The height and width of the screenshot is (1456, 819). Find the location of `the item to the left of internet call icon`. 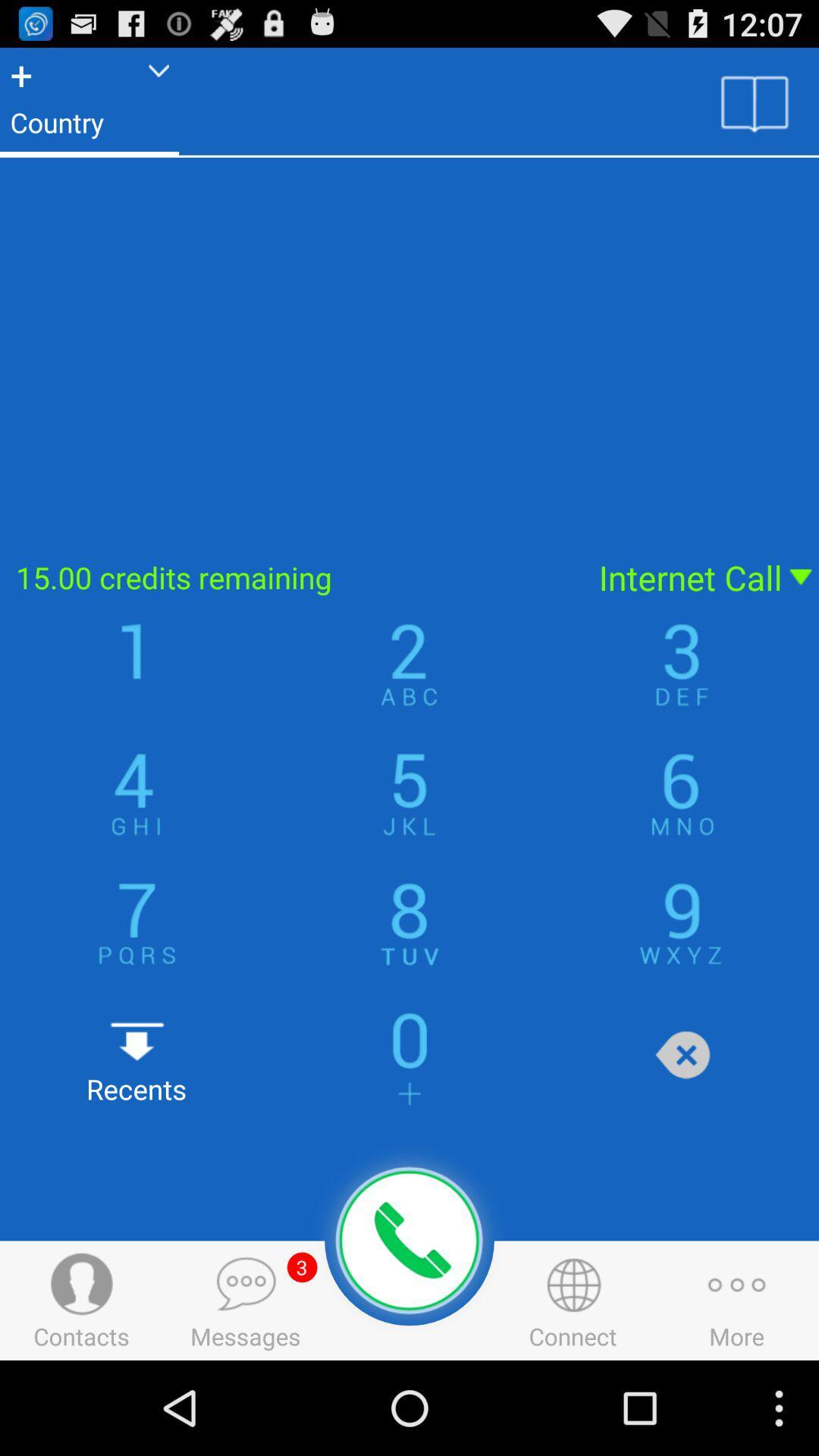

the item to the left of internet call icon is located at coordinates (290, 576).